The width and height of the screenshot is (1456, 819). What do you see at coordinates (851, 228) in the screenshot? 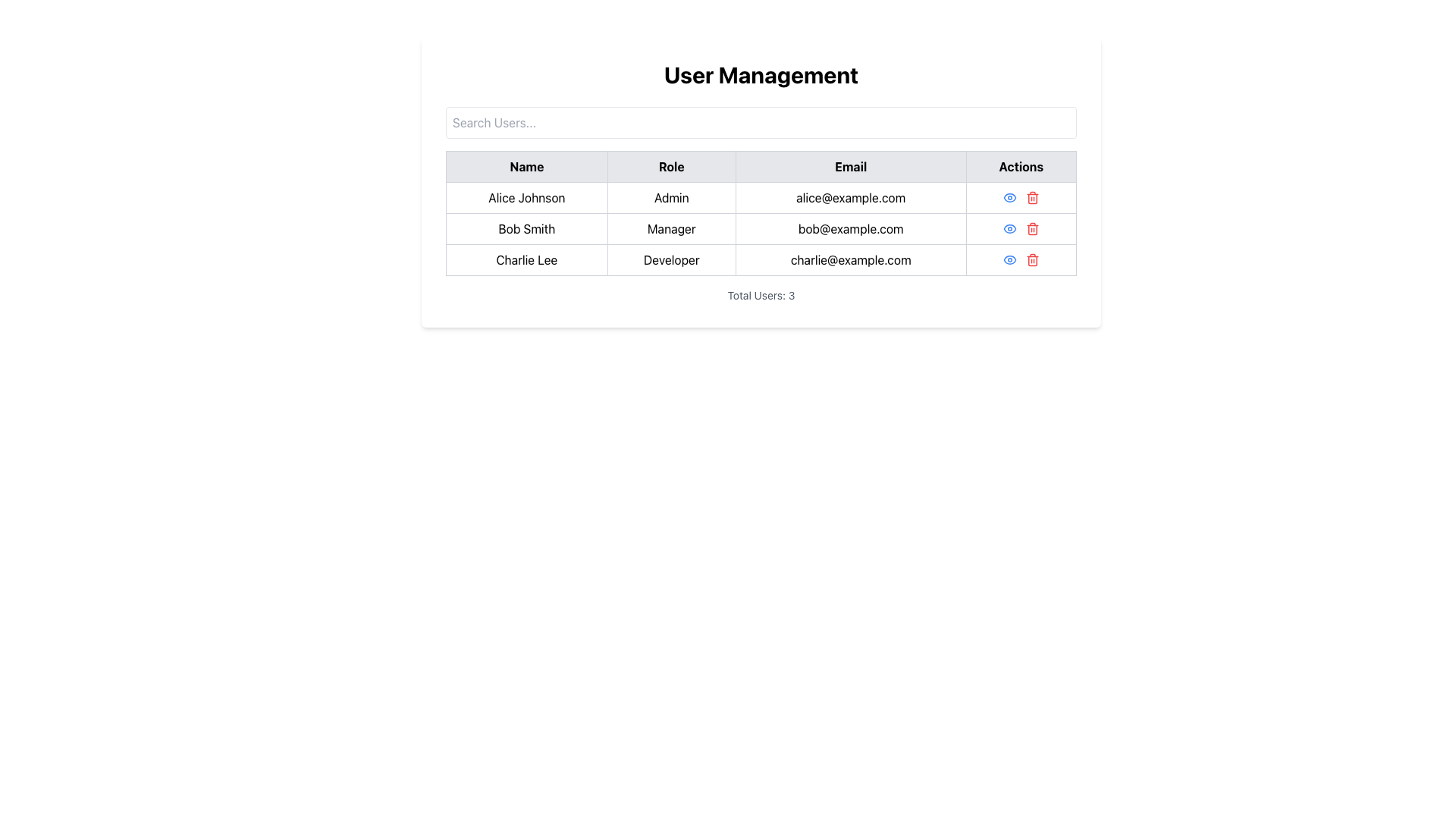
I see `text content of the Text Label displaying 'bob@example.com' located in the second row of the table under the 'Email' column` at bounding box center [851, 228].